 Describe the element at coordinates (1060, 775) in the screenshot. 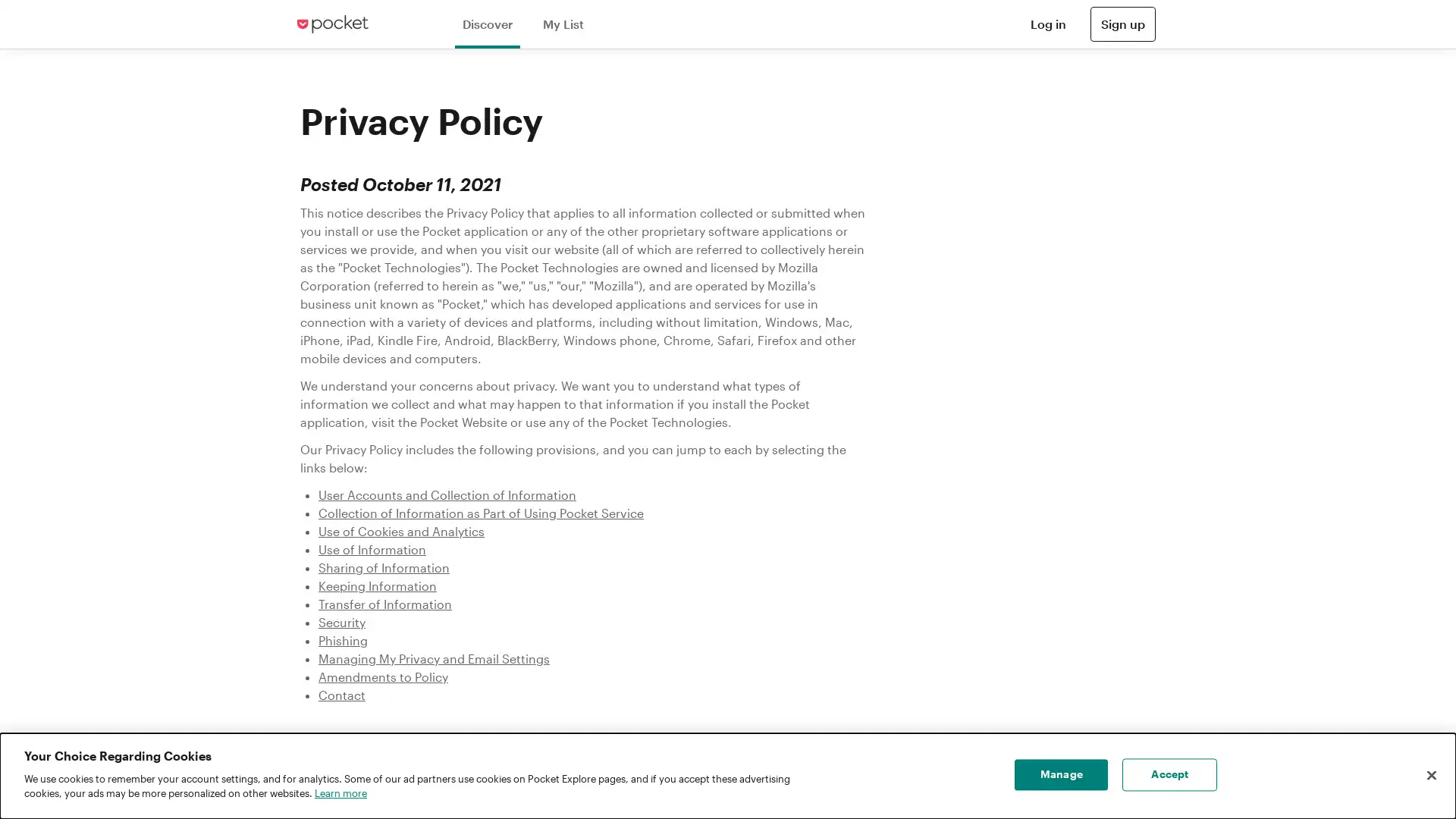

I see `Manage` at that location.